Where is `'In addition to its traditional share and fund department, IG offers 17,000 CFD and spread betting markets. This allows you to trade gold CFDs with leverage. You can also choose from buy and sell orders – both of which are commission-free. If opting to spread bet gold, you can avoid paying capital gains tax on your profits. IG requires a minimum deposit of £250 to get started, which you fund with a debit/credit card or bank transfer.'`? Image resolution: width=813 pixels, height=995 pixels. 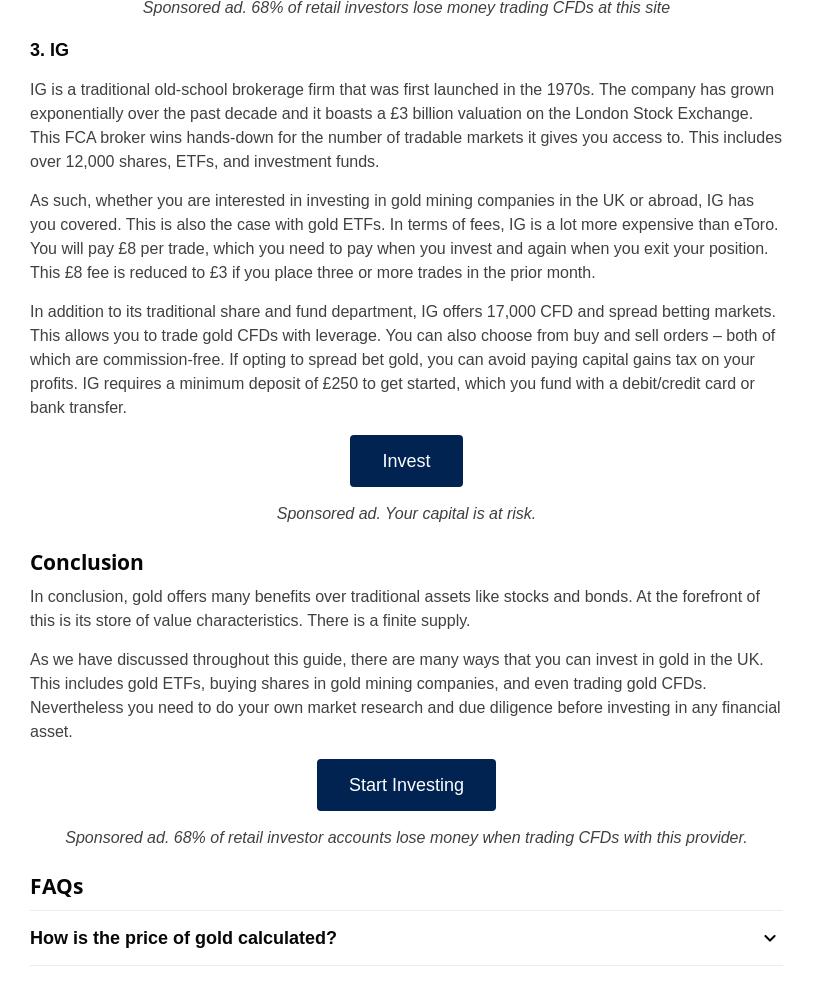 'In addition to its traditional share and fund department, IG offers 17,000 CFD and spread betting markets. This allows you to trade gold CFDs with leverage. You can also choose from buy and sell orders – both of which are commission-free. If opting to spread bet gold, you can avoid paying capital gains tax on your profits. IG requires a minimum deposit of £250 to get started, which you fund with a debit/credit card or bank transfer.' is located at coordinates (401, 357).